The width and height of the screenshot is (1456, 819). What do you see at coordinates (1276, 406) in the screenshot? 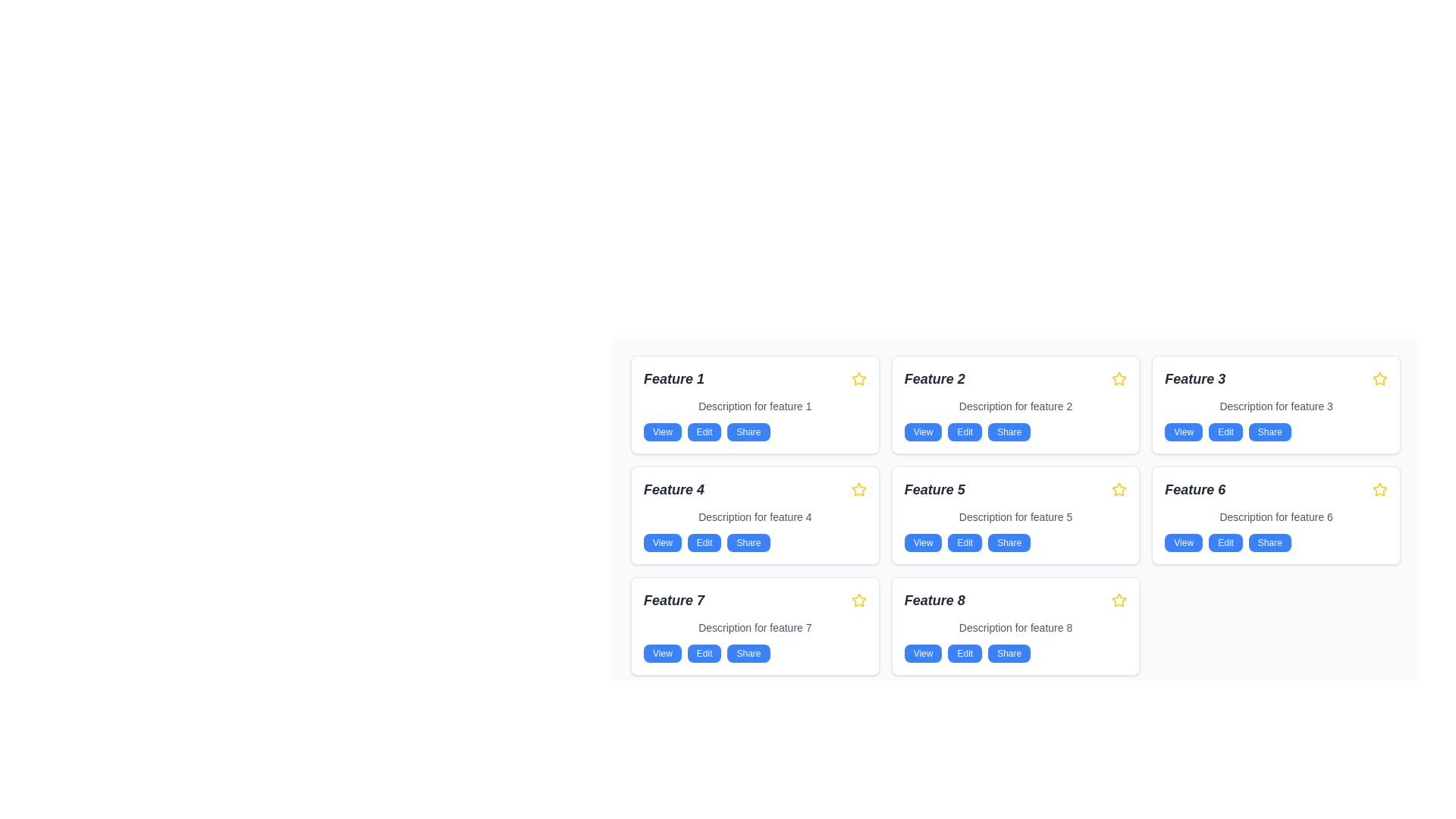
I see `the static text label providing additional details about feature 3, located in the third card titled 'Feature 3', positioned below the heading and above the action buttons` at bounding box center [1276, 406].